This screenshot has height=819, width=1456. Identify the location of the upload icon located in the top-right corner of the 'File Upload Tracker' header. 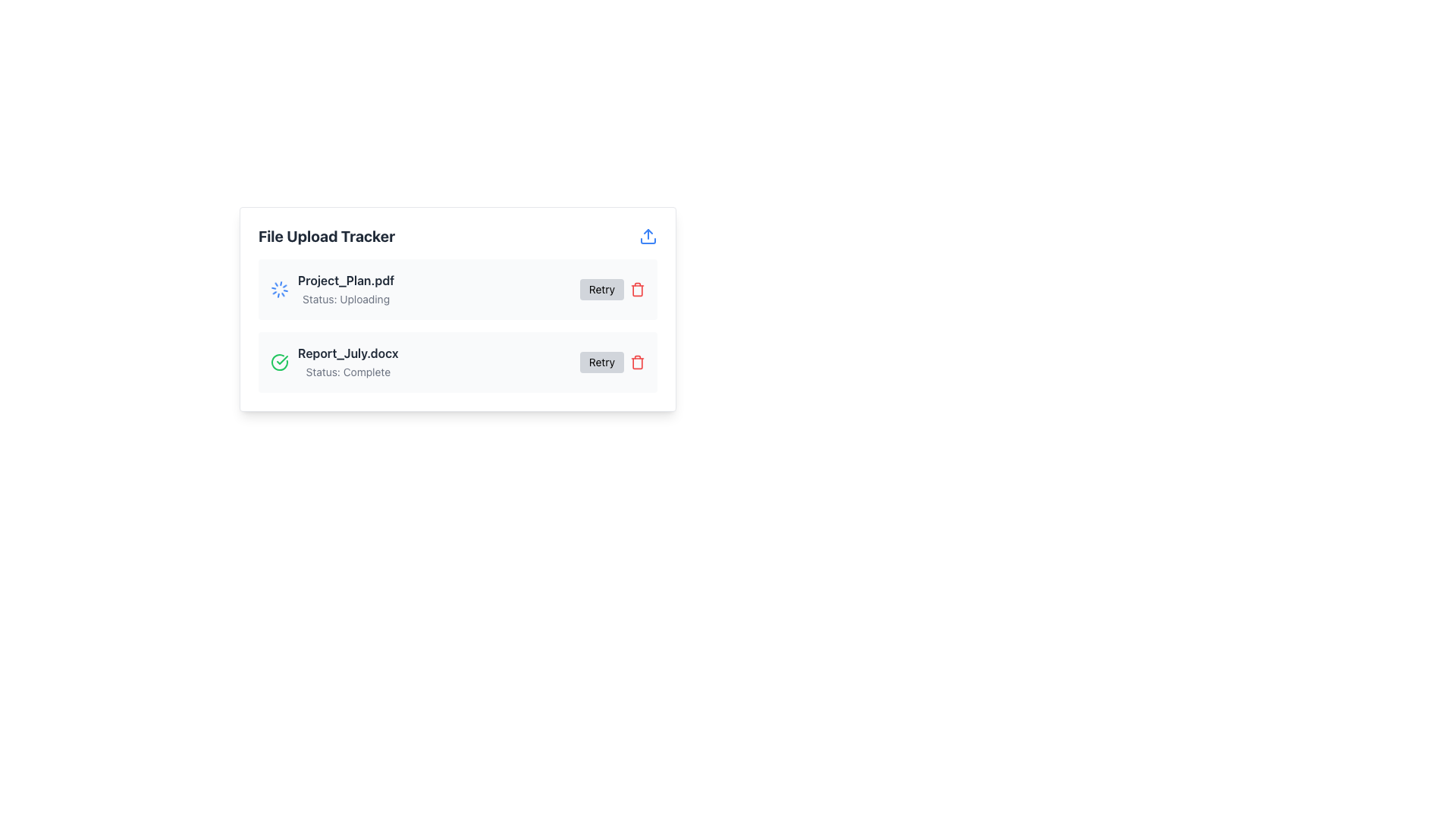
(648, 237).